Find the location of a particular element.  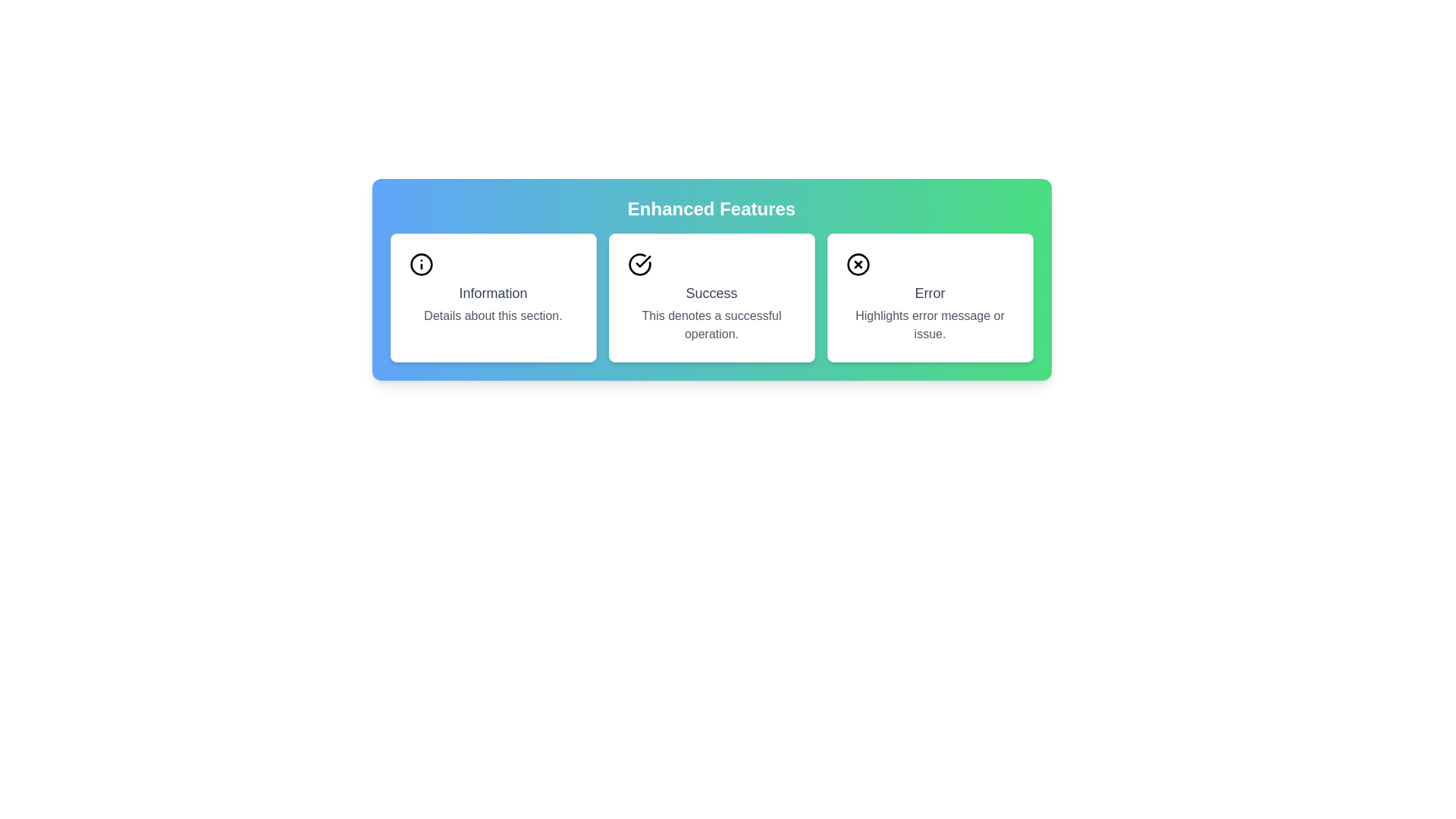

the text label that displays 'Information', which is styled in dark gray and located below the information icon in the top-left card is located at coordinates (493, 293).